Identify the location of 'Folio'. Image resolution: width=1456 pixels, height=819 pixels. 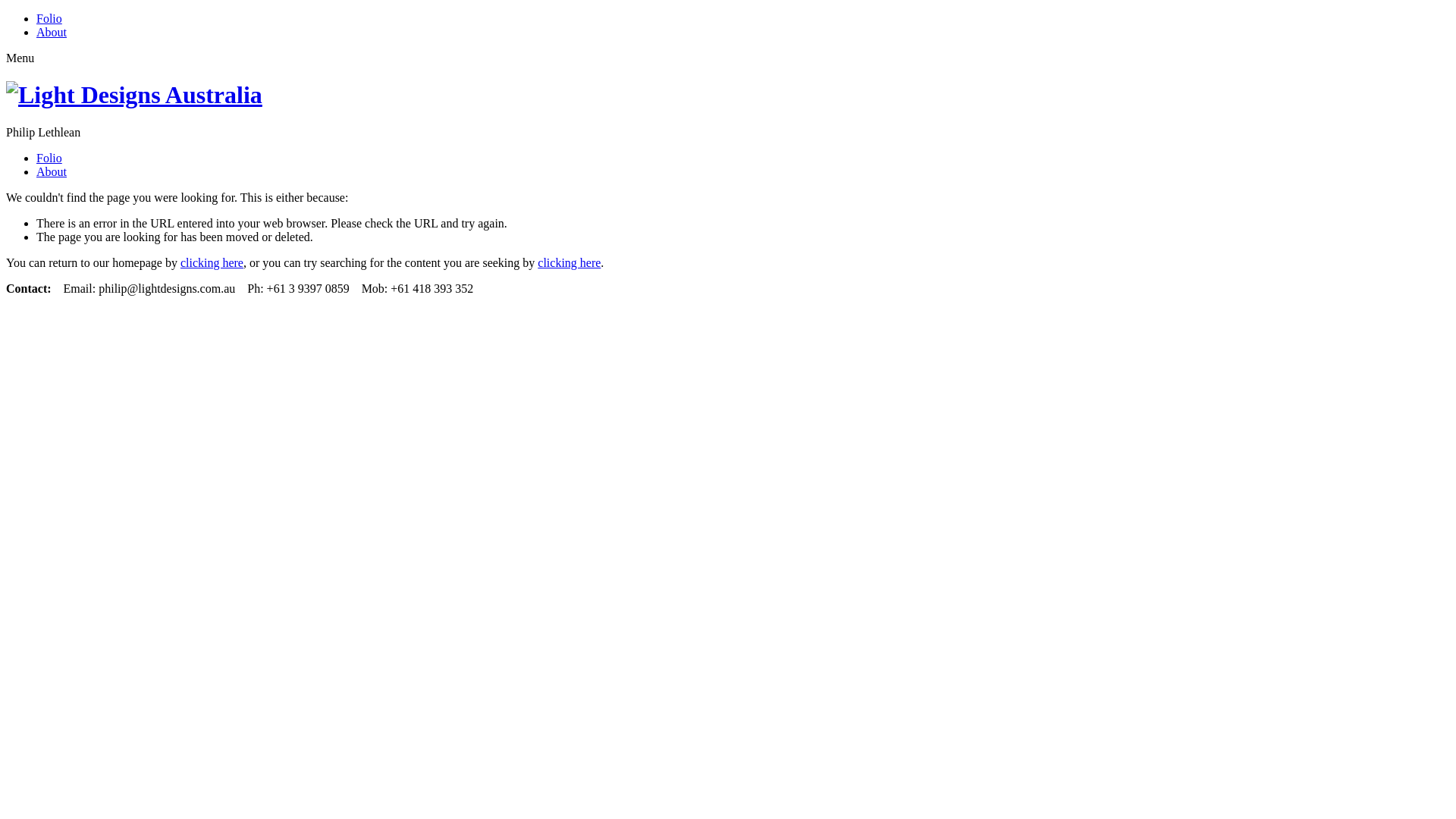
(49, 18).